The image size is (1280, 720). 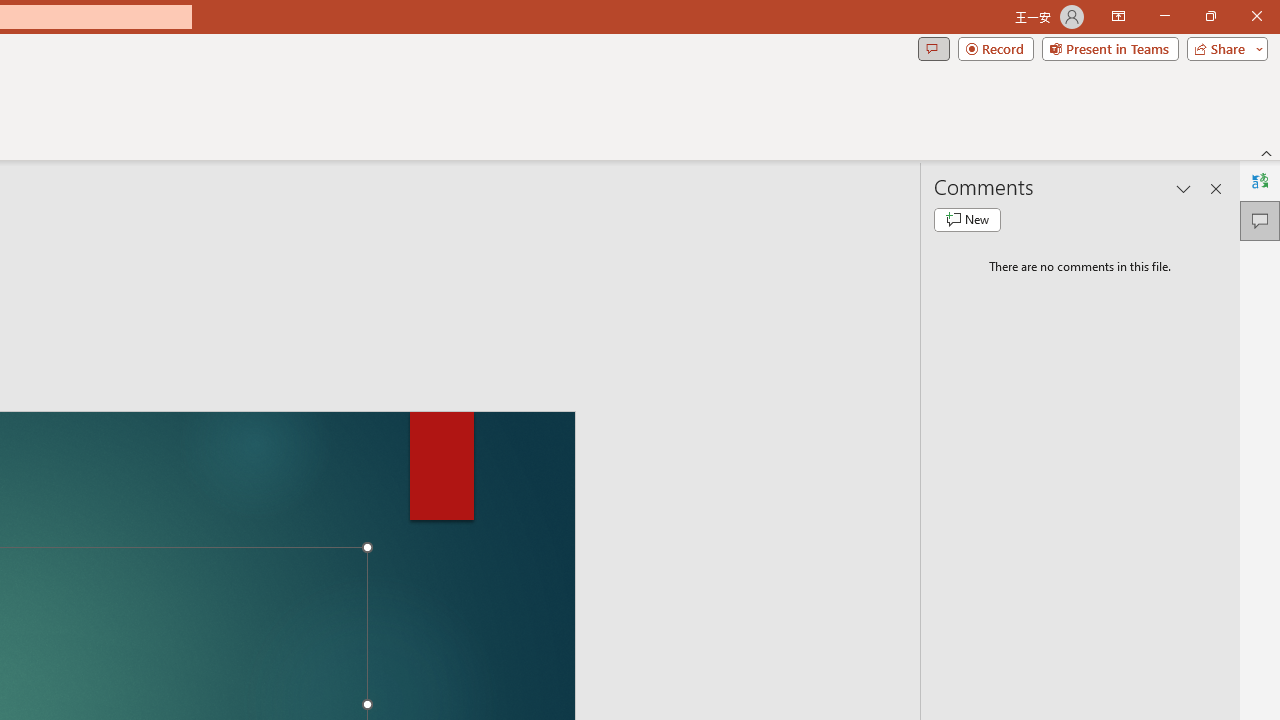 I want to click on 'New comment', so click(x=967, y=219).